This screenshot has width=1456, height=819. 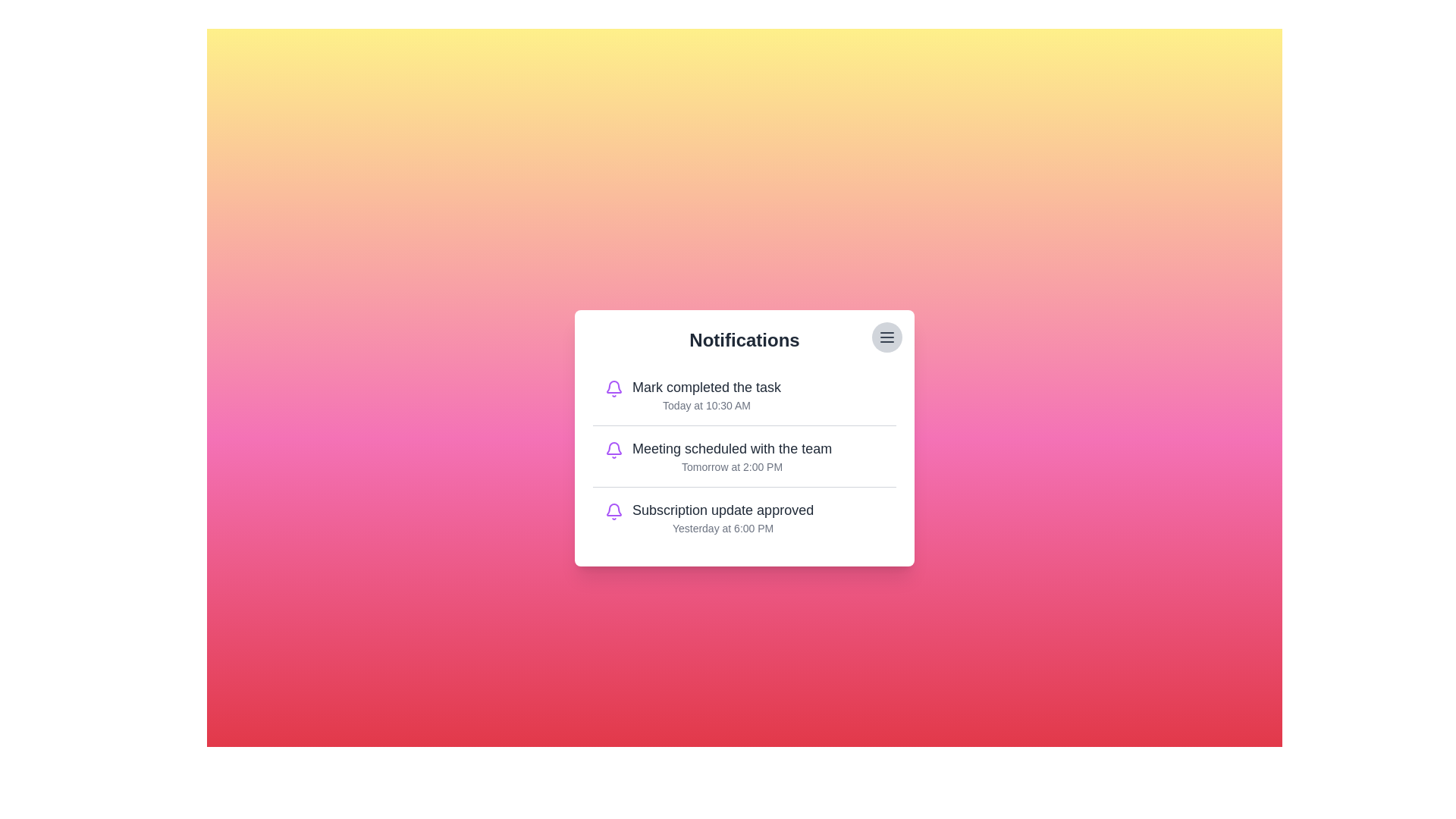 I want to click on the menu button to toggle the visibility of the notification menu, so click(x=887, y=336).